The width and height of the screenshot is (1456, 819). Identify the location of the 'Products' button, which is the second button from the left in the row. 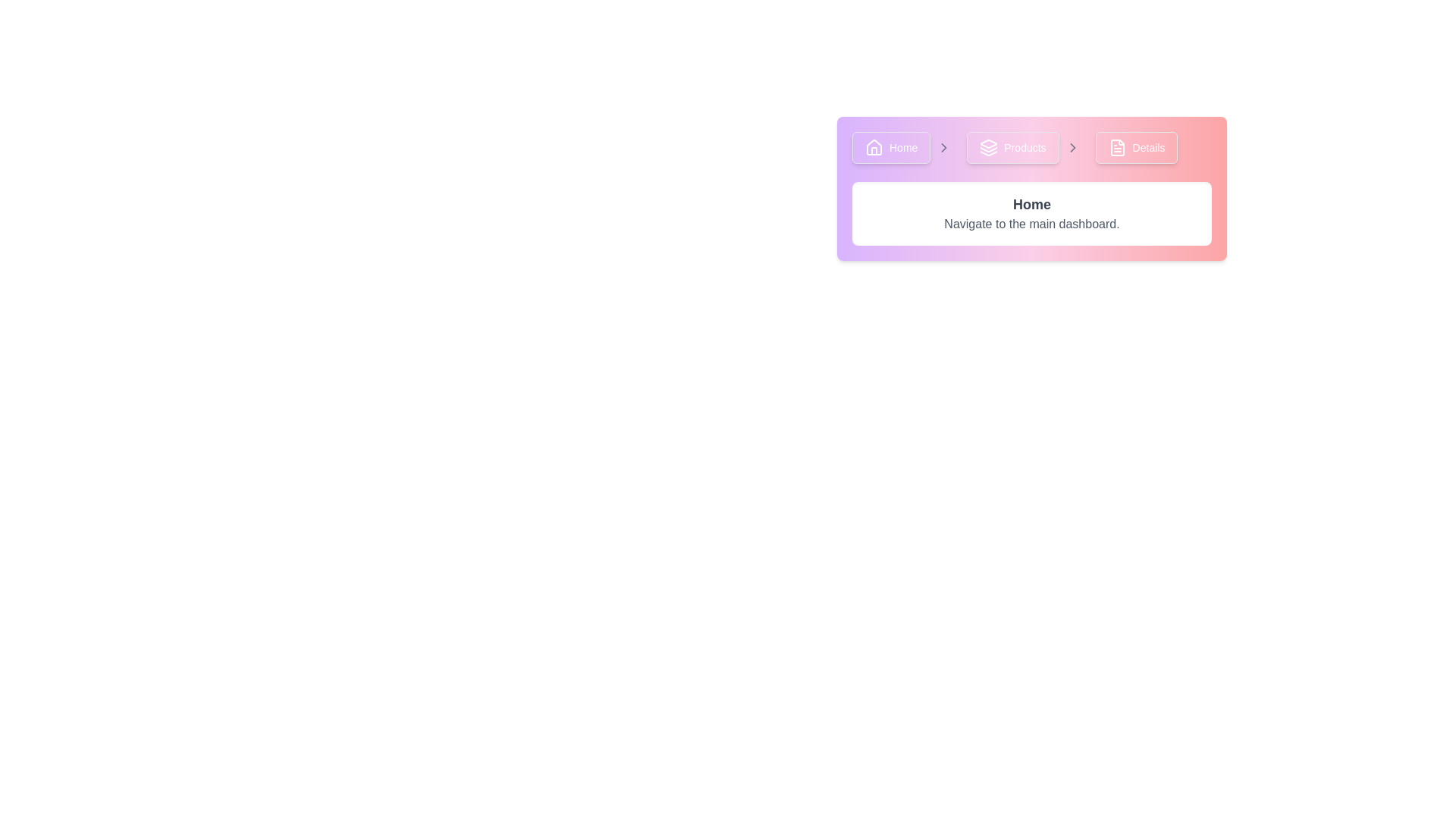
(1012, 148).